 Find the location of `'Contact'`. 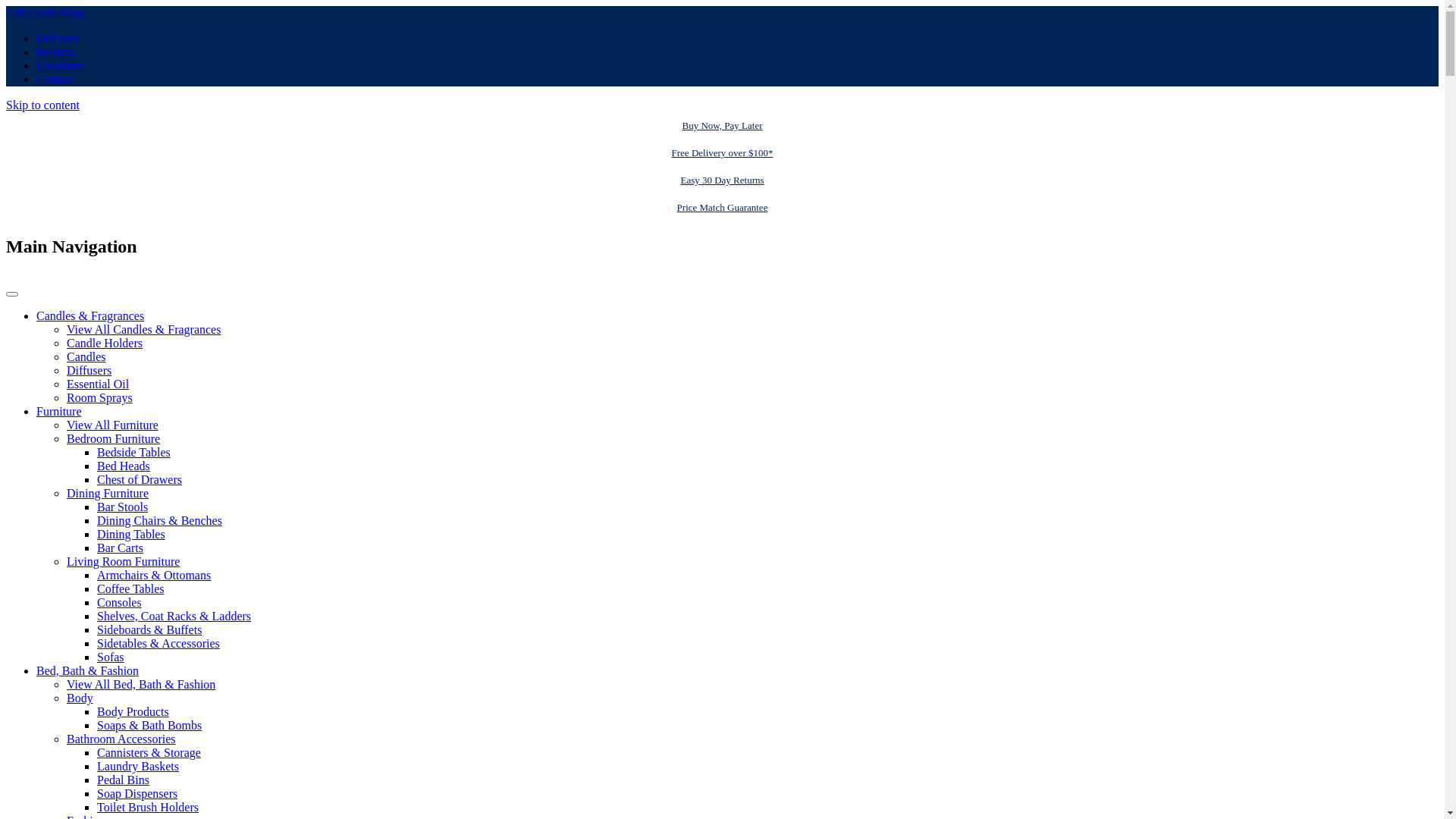

'Contact' is located at coordinates (55, 79).